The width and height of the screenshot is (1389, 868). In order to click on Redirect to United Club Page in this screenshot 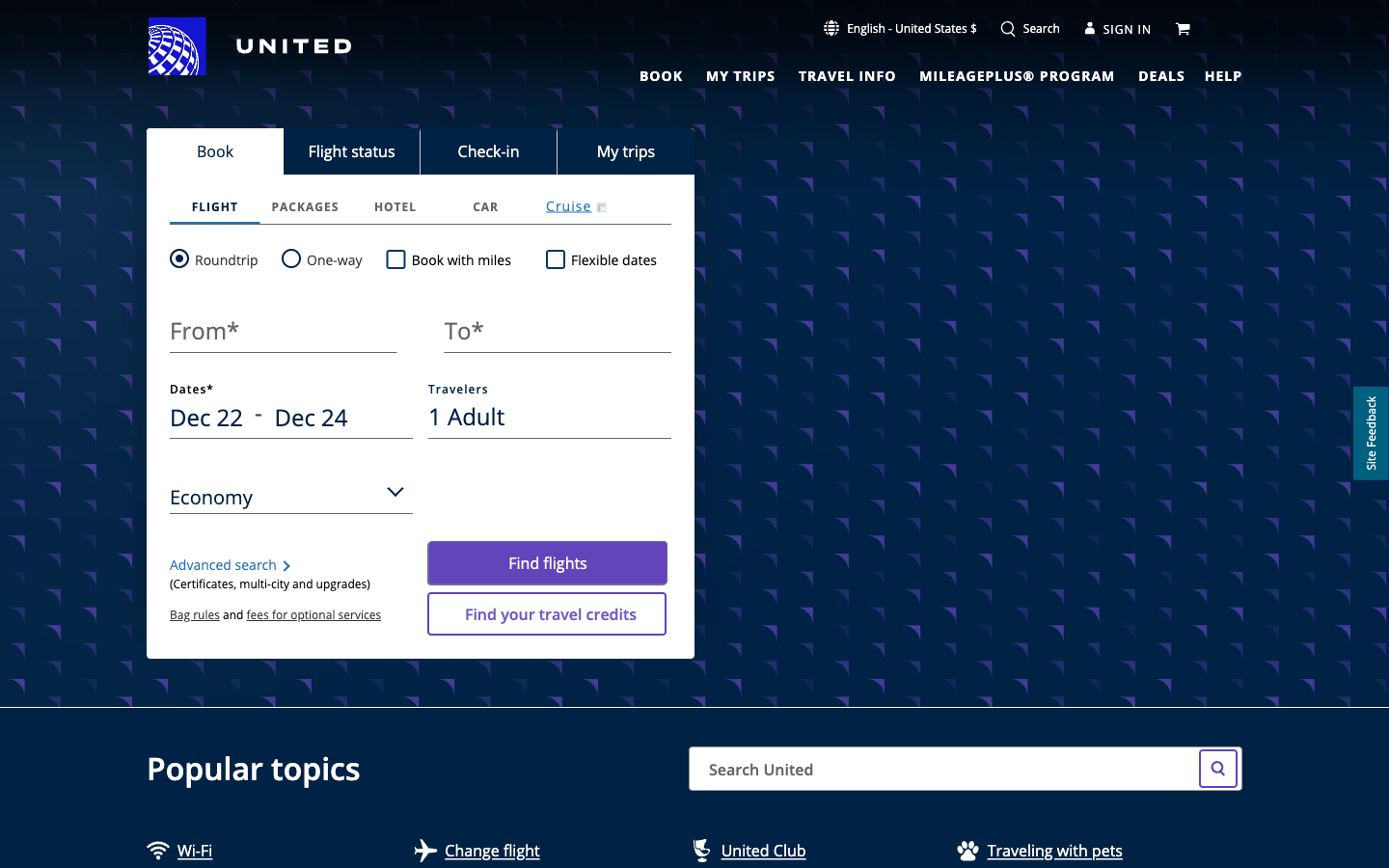, I will do `click(807, 854)`.